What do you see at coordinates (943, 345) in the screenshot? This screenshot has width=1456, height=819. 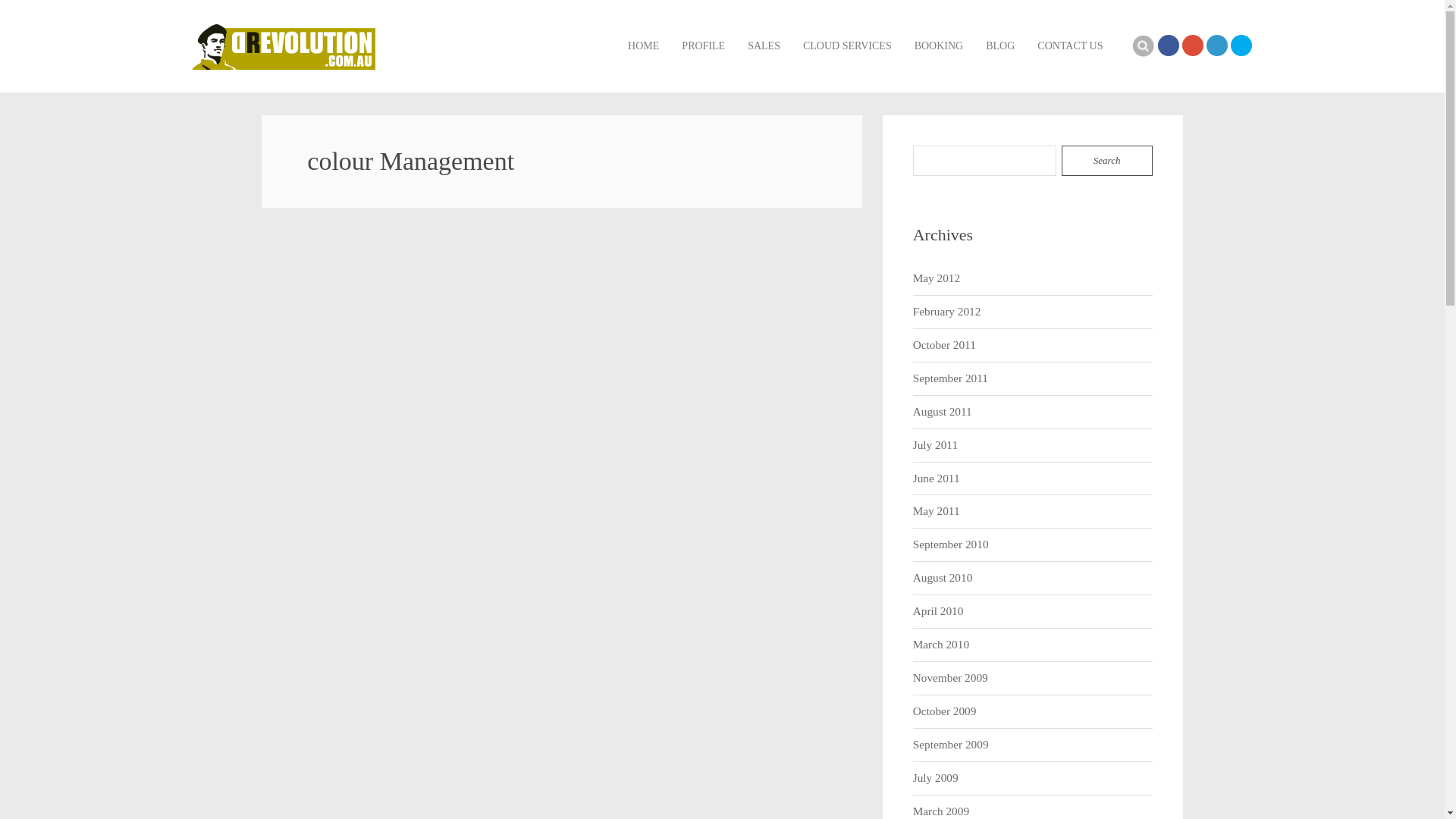 I see `'October 2011'` at bounding box center [943, 345].